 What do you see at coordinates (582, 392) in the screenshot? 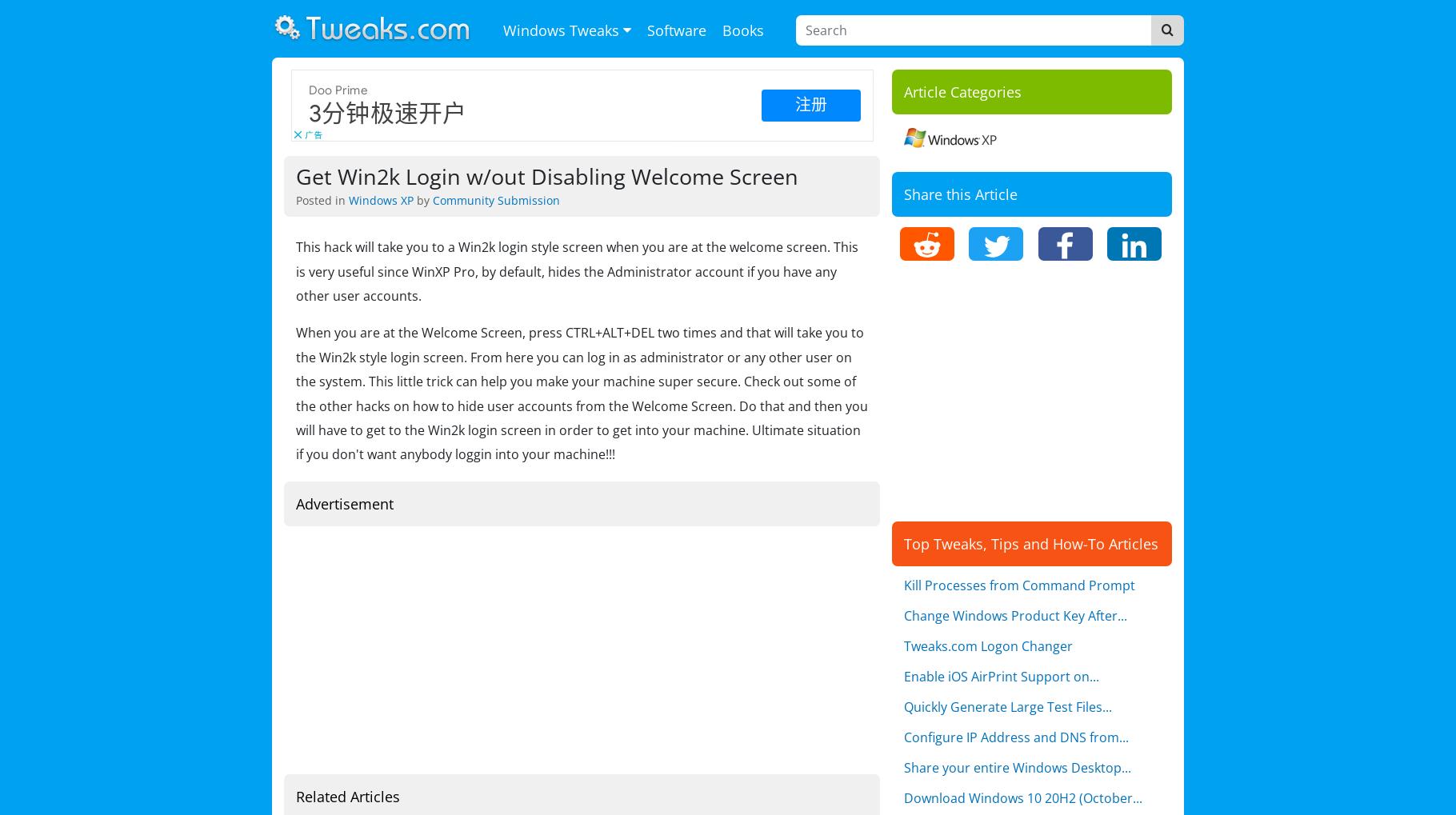
I see `'When you are at the Welcome Screen, press CTRL+ALT+DEL two times and that will take you to the Win2k style login screen. From here you can log in as administrator or any other user on the system. This little trick can help you make your machine super secure. Check out some of the other hacks on how to hide user accounts from the Welcome Screen. Do that and then you will have to get to the Win2k login screen in order to get into your machine. Ultimate situation if you don't want anybody loggin into your machine!!!'` at bounding box center [582, 392].